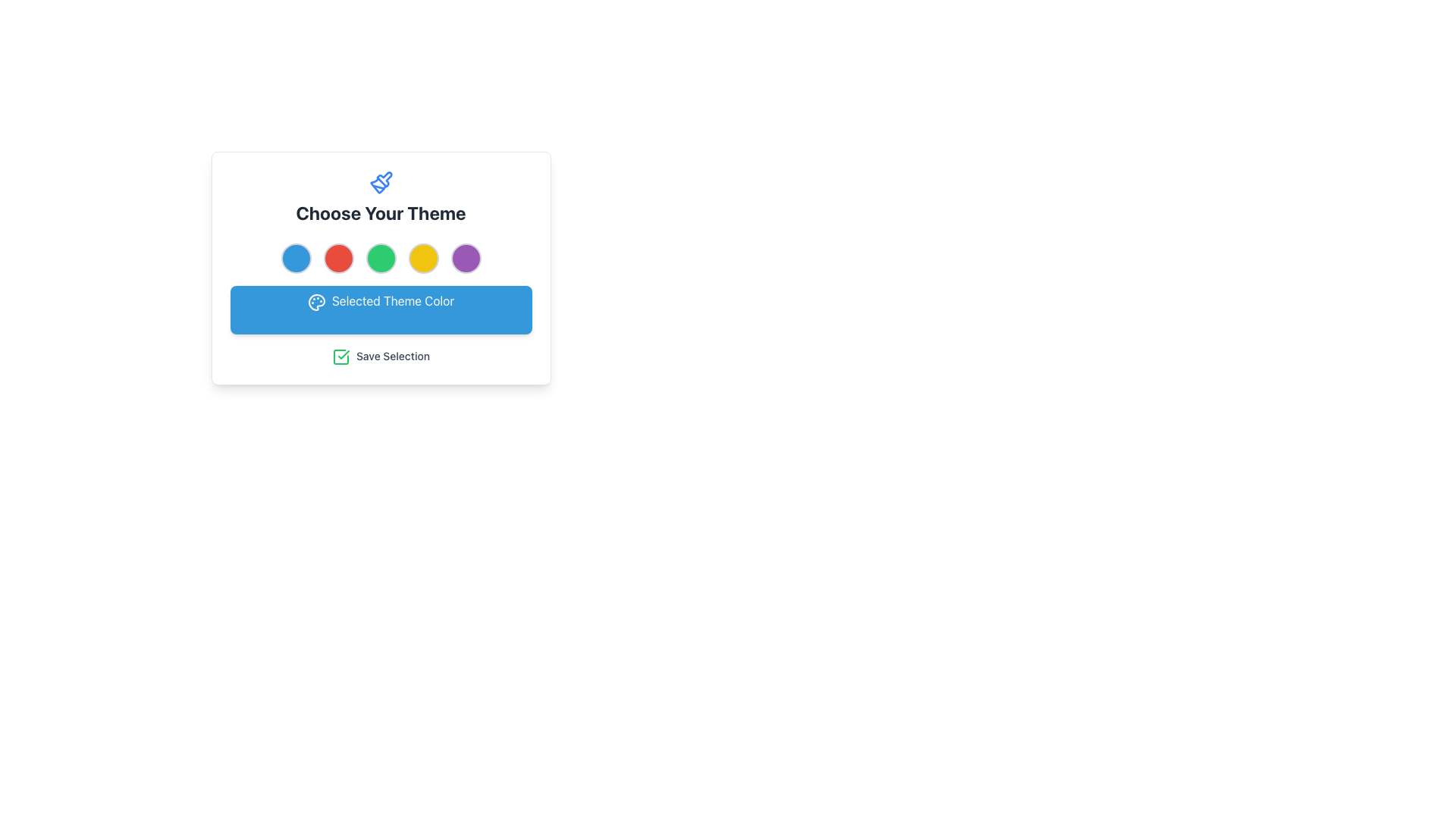 This screenshot has height=819, width=1456. Describe the element at coordinates (381, 213) in the screenshot. I see `the text label that serves as the heading for the theme selection section, located below the paintbrush icon` at that location.